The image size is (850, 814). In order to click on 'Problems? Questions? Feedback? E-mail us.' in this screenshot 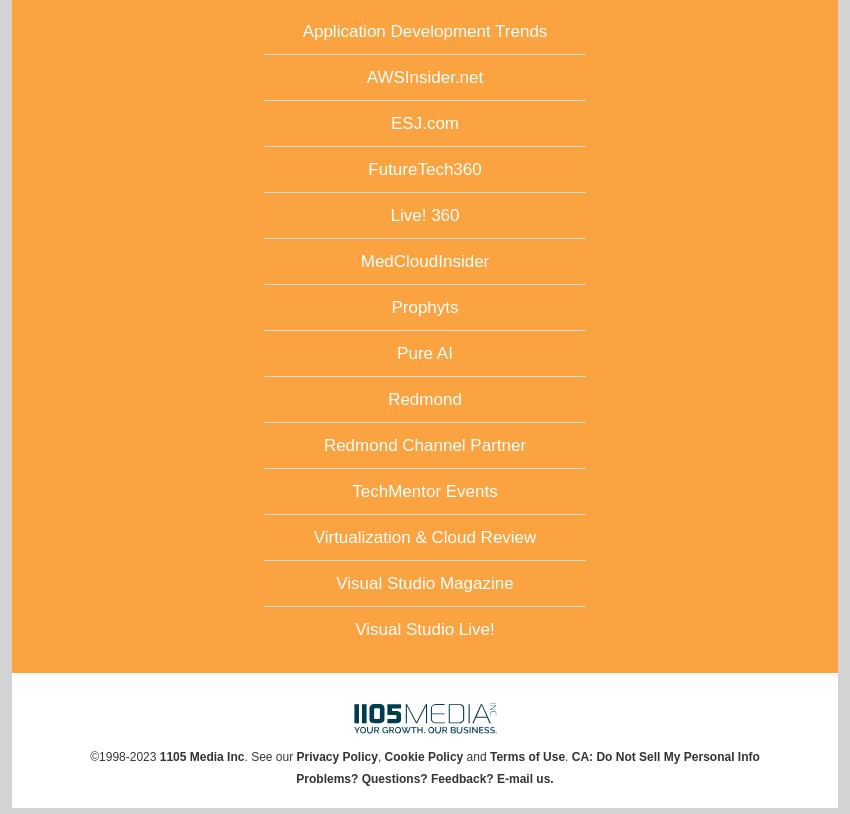, I will do `click(424, 778)`.